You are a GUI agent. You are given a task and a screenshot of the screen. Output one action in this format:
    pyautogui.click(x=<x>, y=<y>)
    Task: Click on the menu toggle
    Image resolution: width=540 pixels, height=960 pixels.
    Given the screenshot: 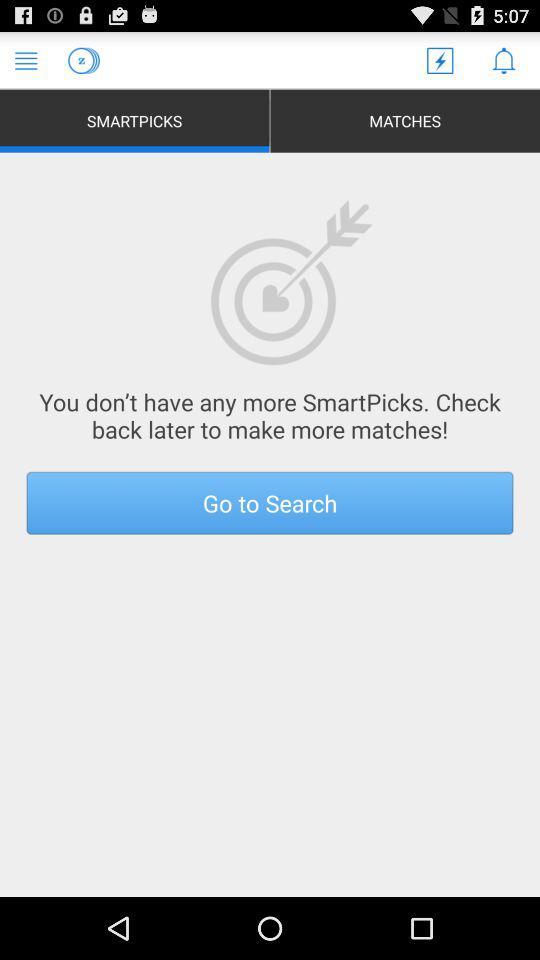 What is the action you would take?
    pyautogui.click(x=25, y=59)
    